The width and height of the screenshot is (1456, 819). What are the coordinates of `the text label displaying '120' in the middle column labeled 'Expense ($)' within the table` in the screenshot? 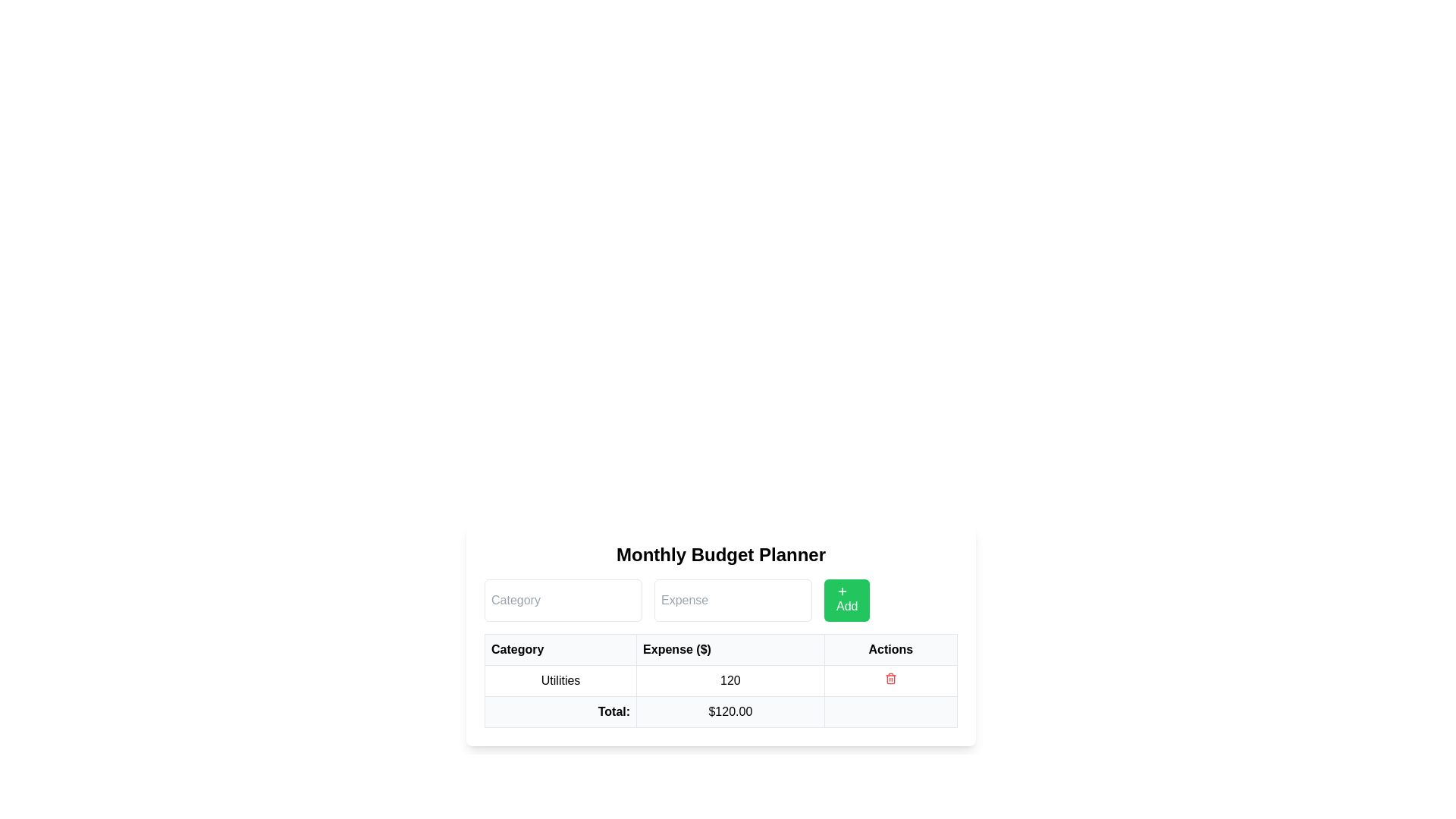 It's located at (730, 680).